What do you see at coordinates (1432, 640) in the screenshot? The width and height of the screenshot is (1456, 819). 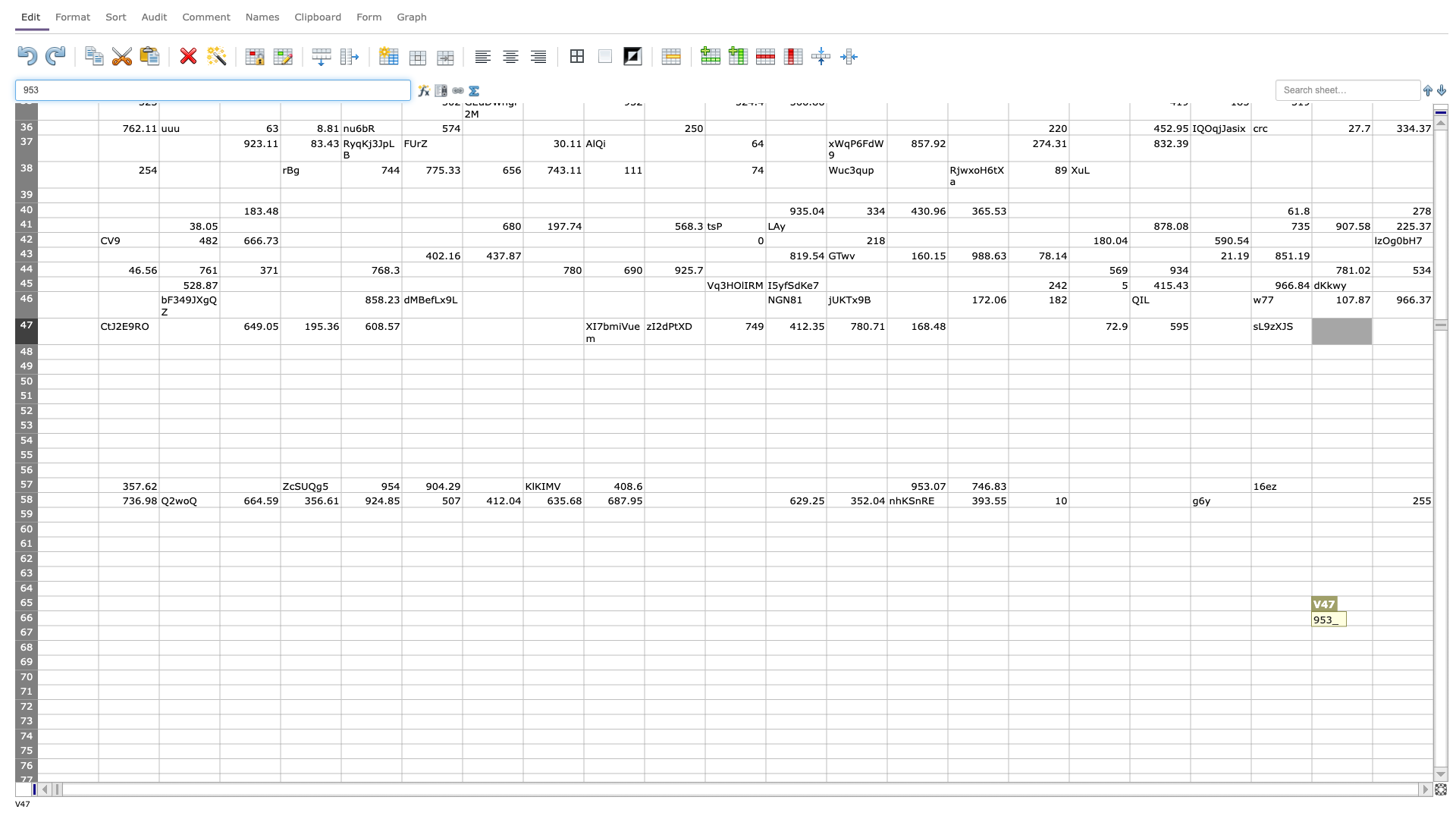 I see `fill handle point of W67` at bounding box center [1432, 640].